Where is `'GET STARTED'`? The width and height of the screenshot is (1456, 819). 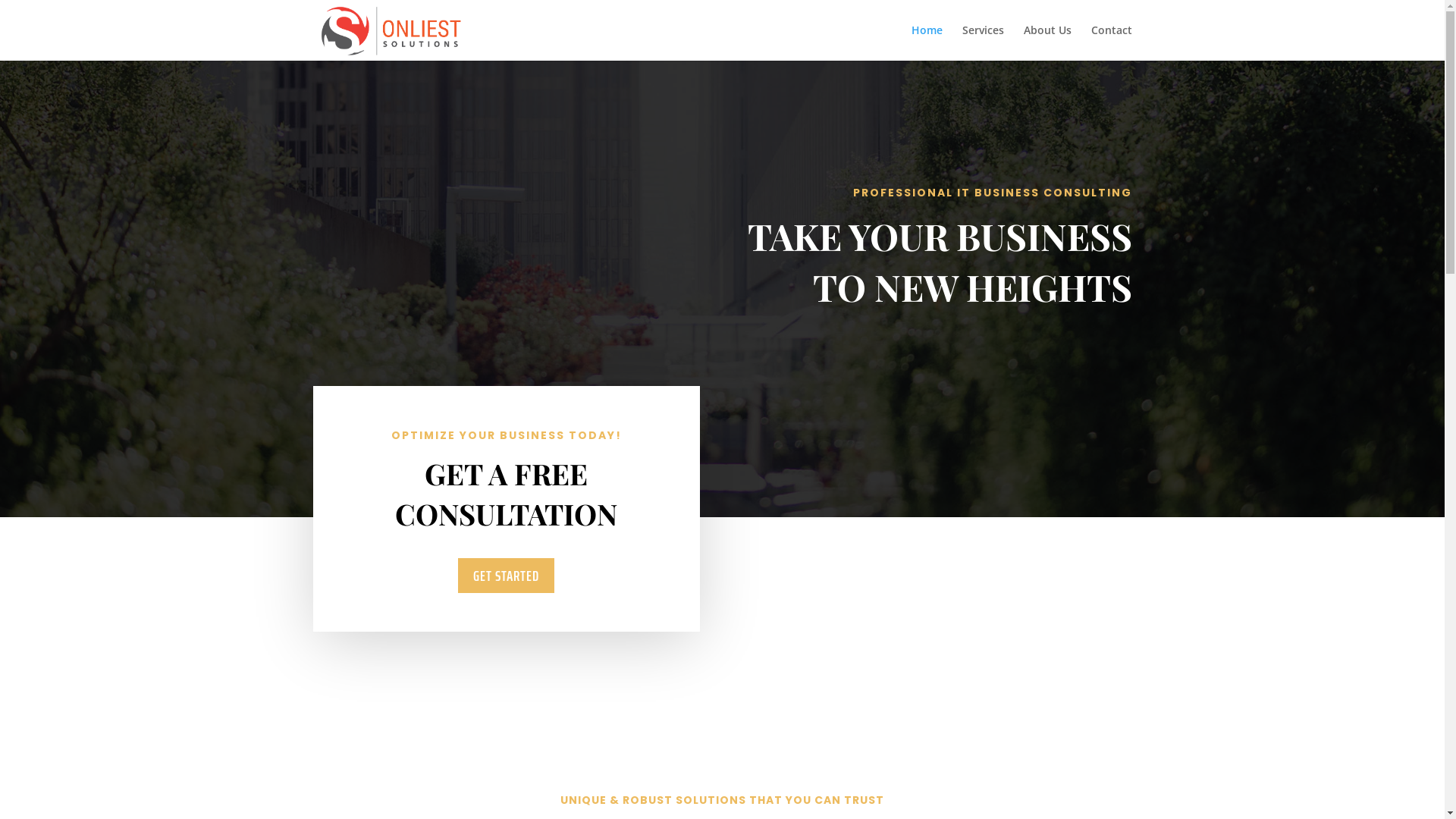
'GET STARTED' is located at coordinates (506, 576).